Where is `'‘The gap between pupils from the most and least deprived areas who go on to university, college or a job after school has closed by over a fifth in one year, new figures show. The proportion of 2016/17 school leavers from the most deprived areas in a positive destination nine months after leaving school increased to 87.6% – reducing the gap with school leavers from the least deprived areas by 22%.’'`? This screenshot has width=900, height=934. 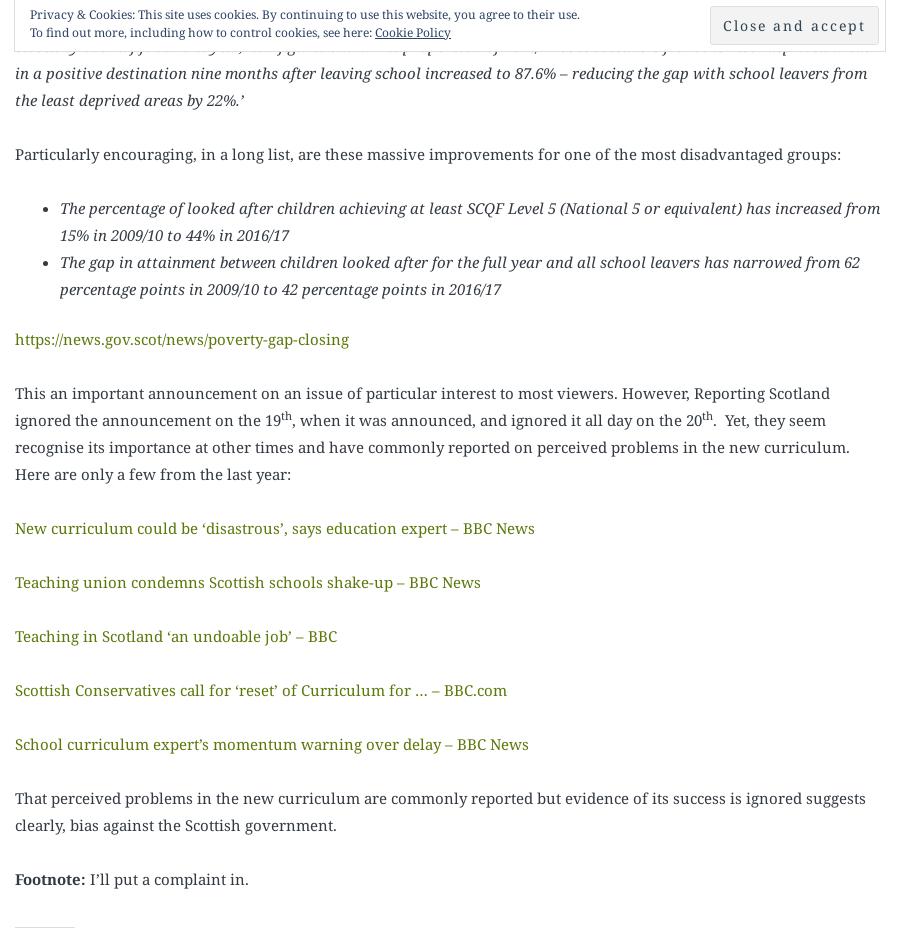
'‘The gap between pupils from the most and least deprived areas who go on to university, college or a job after school has closed by over a fifth in one year, new figures show. The proportion of 2016/17 school leavers from the most deprived areas in a positive destination nine months after leaving school increased to 87.6% – reducing the gap with school leavers from the least deprived areas by 22%.’' is located at coordinates (14, 59).